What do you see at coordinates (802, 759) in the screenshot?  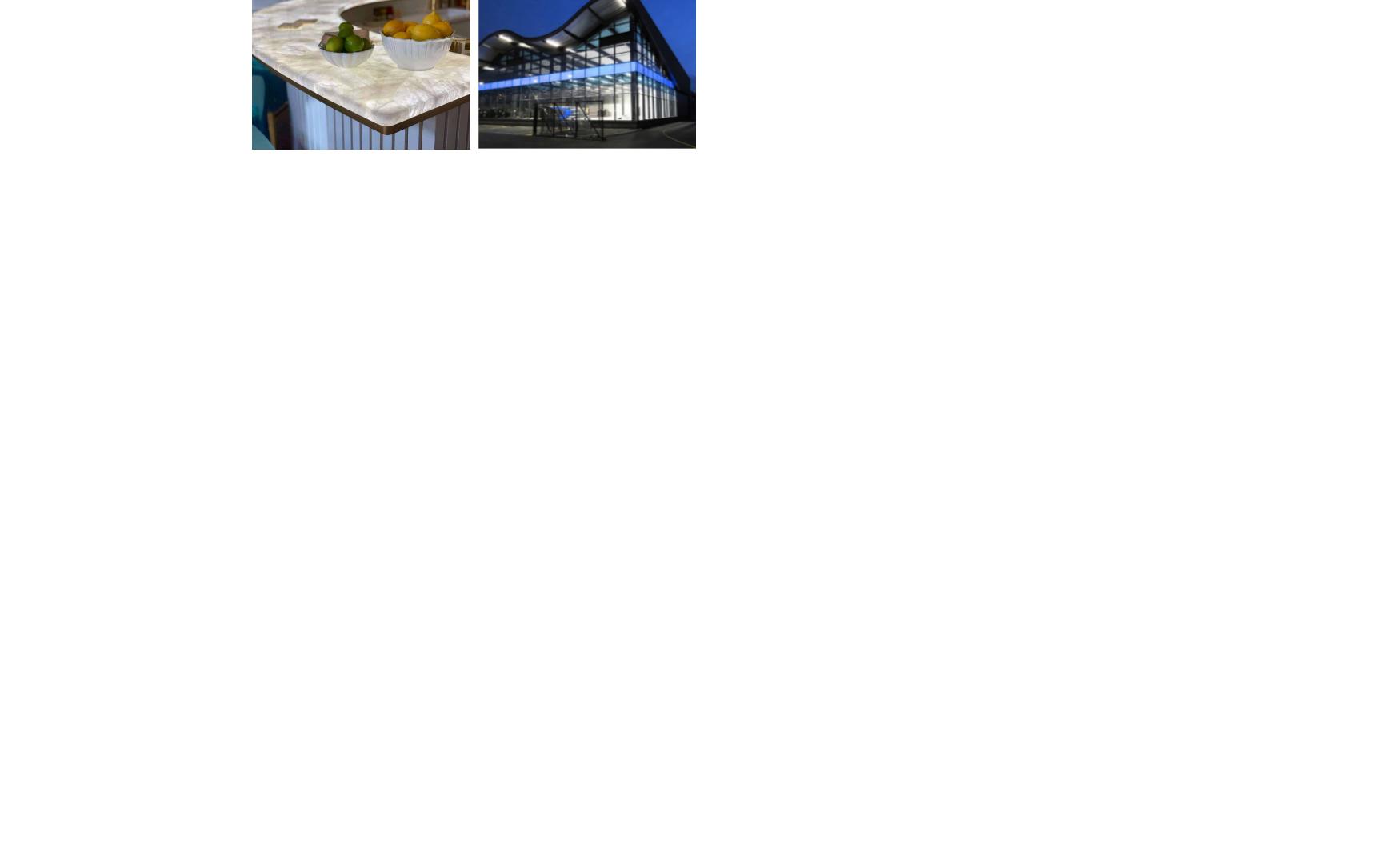 I see `'Onyx Plinth Illuminated By Addlux Lightsheet'` at bounding box center [802, 759].